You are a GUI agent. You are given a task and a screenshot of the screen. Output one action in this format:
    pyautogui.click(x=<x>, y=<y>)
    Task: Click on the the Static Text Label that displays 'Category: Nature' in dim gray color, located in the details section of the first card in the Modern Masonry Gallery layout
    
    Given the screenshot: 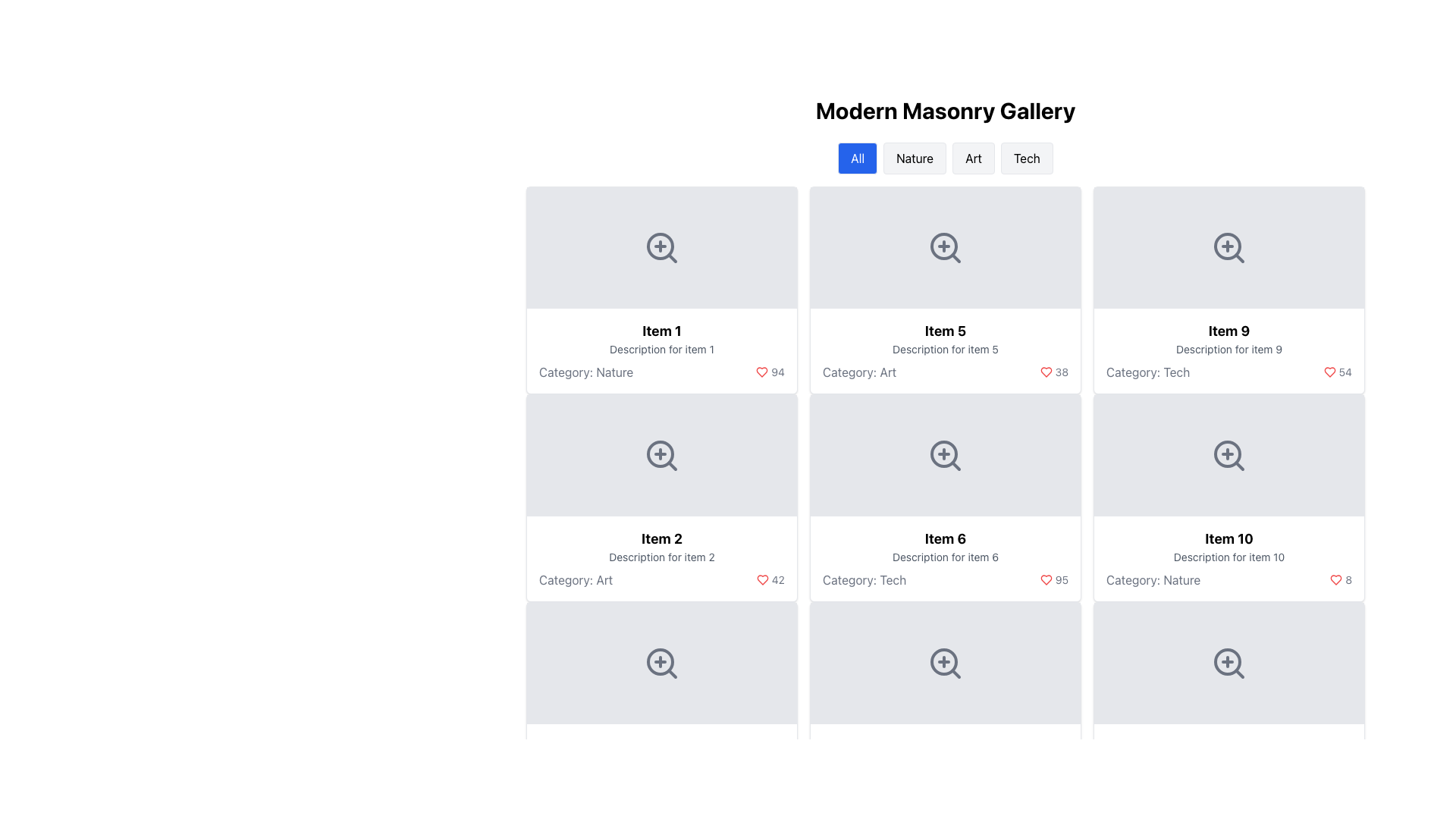 What is the action you would take?
    pyautogui.click(x=585, y=372)
    